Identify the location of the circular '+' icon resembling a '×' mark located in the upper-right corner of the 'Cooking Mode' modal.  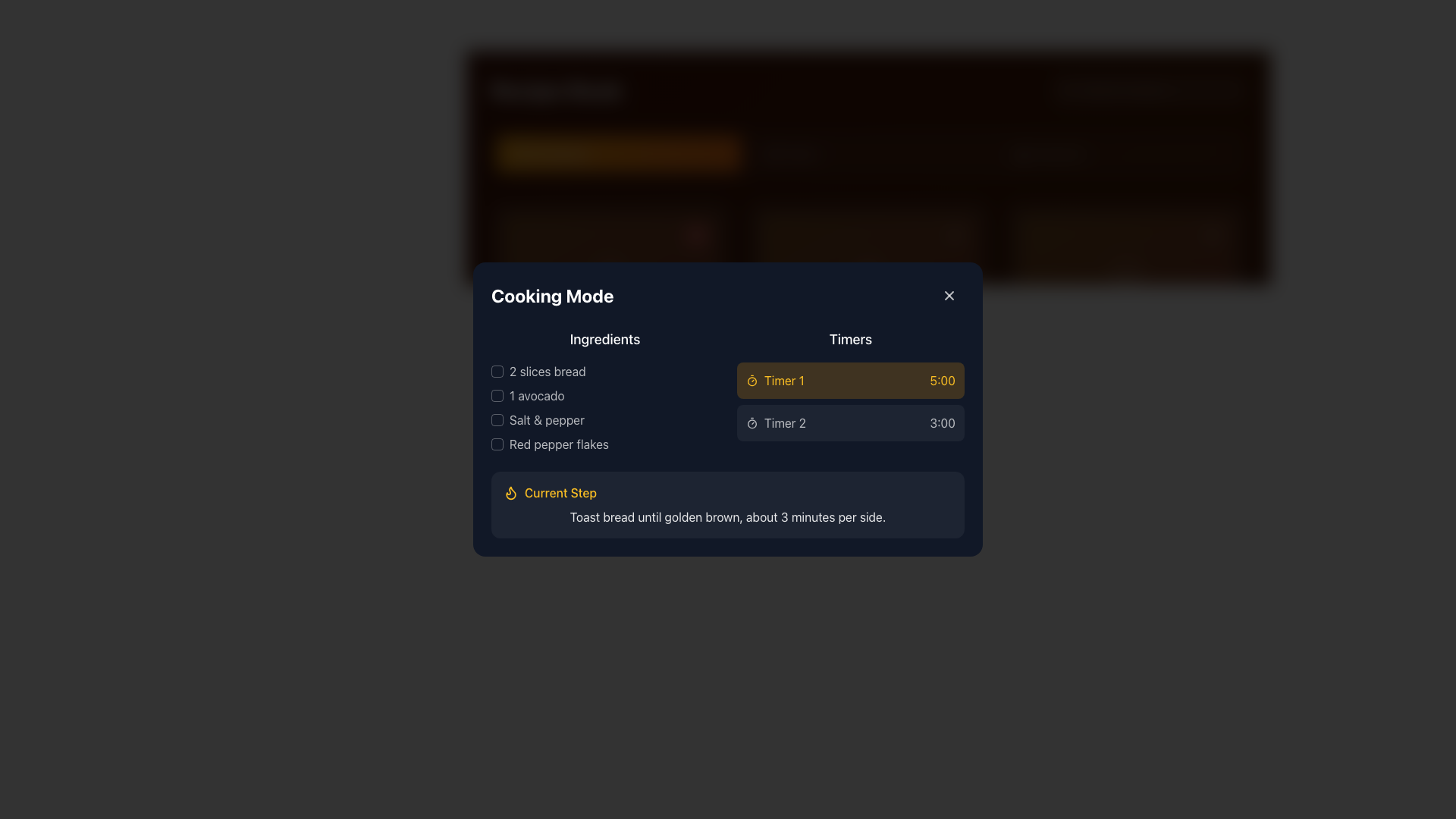
(949, 295).